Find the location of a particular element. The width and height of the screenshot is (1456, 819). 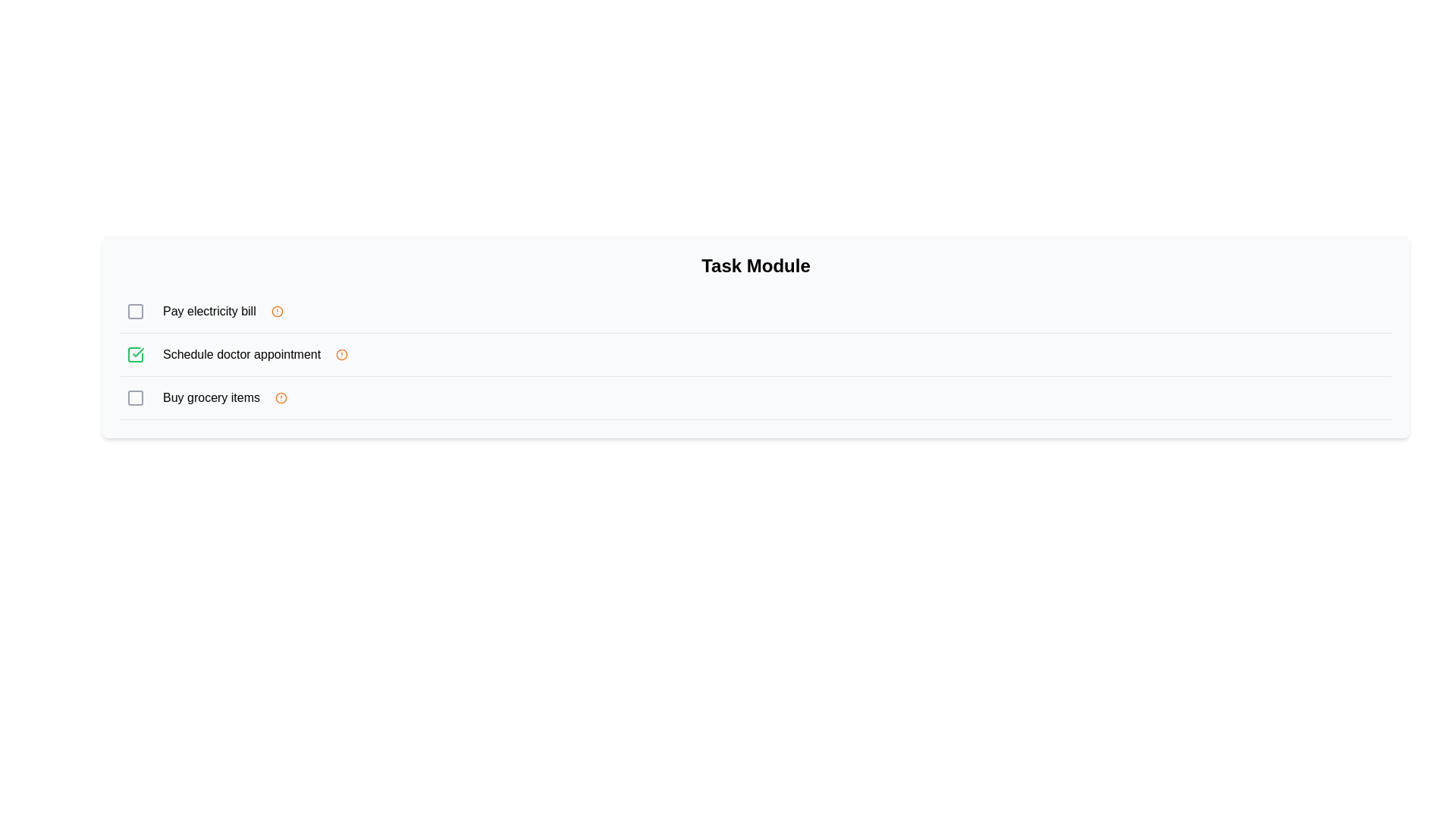

the small circular icon with an empty orange border and an orange dot in the center, located to the right of the text 'Buy grocery items' is located at coordinates (281, 397).